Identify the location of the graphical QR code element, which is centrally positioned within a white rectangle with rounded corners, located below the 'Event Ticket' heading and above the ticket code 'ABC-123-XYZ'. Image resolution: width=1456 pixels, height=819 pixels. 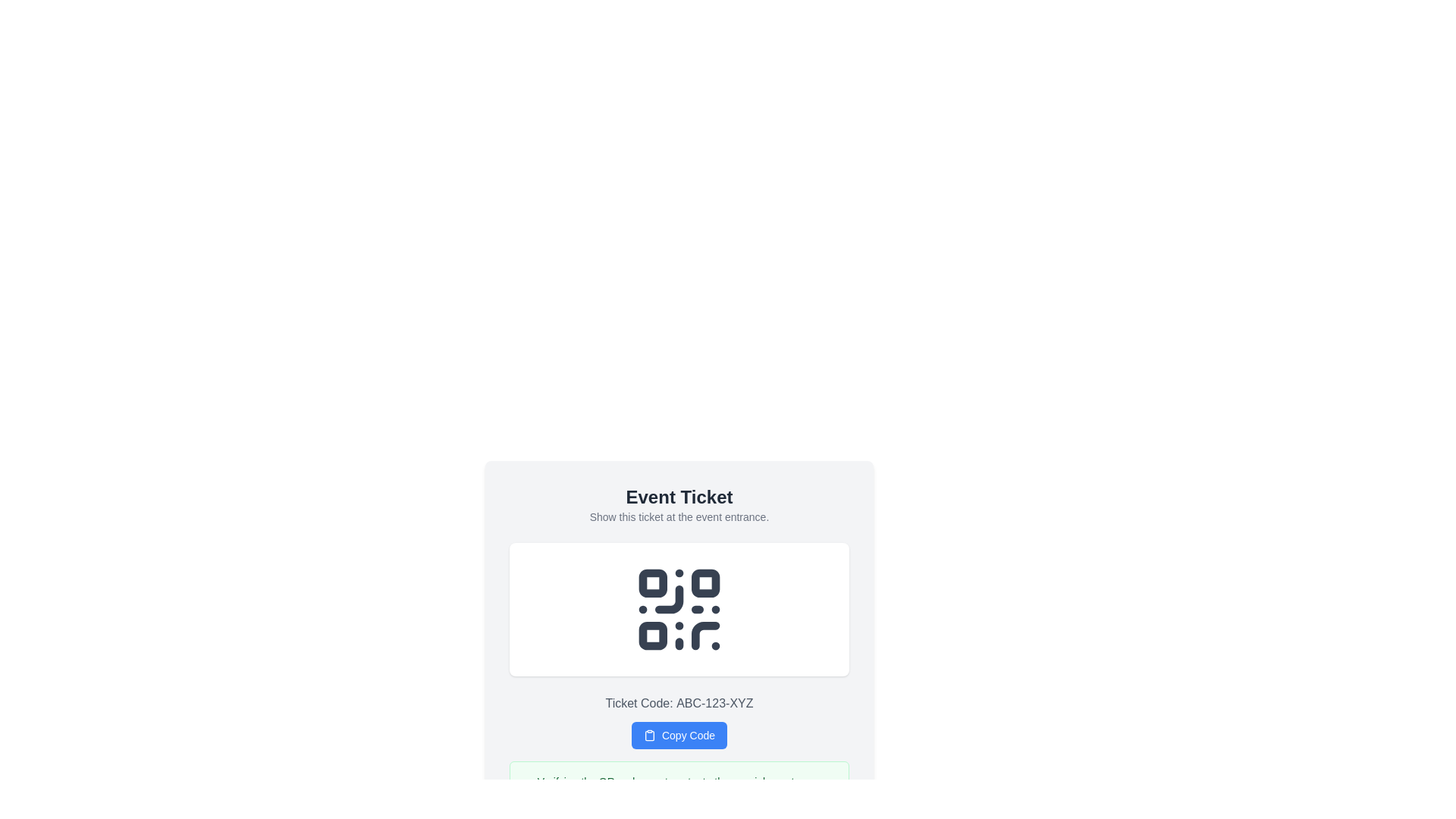
(679, 608).